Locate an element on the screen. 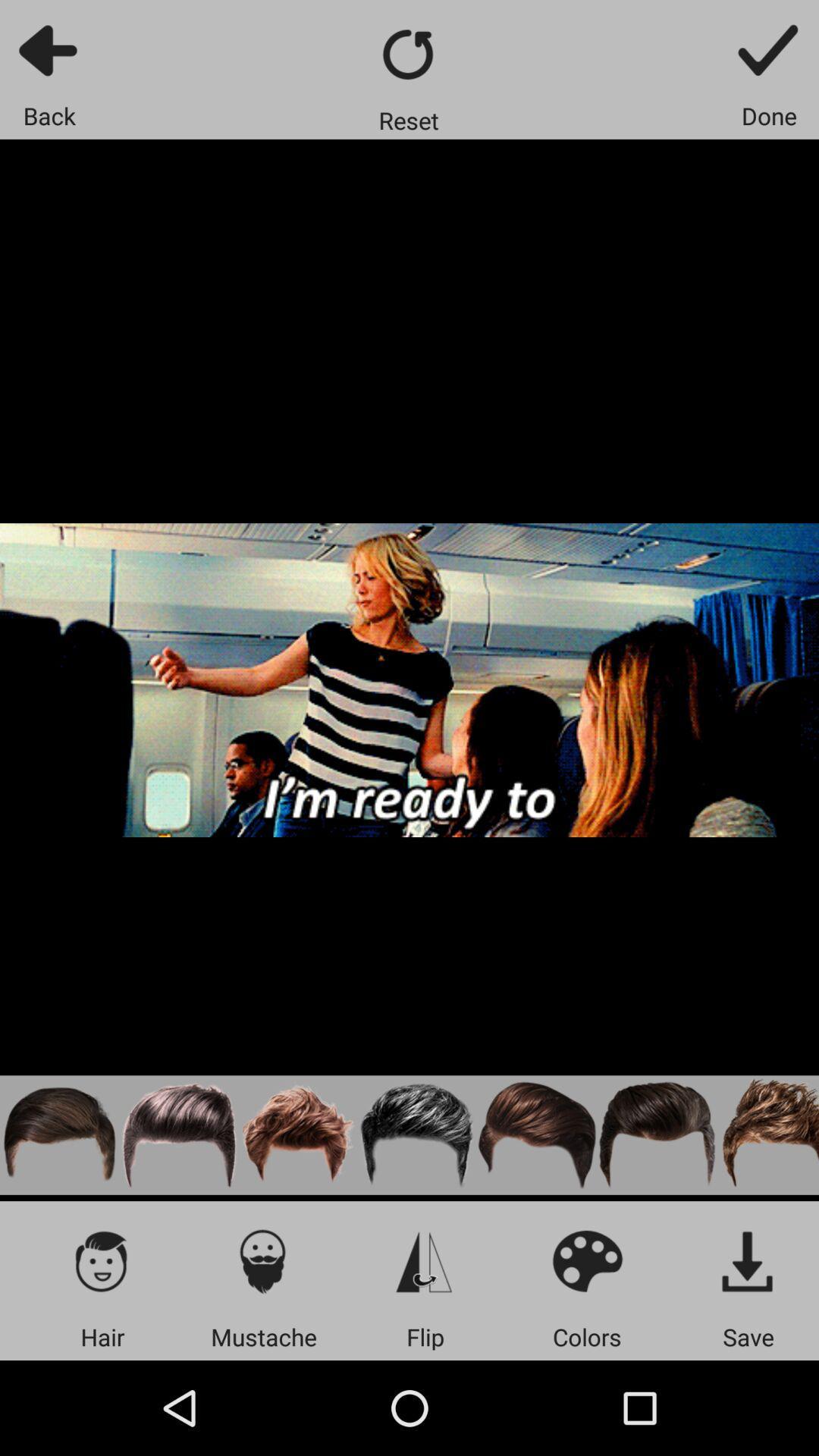 Image resolution: width=819 pixels, height=1456 pixels. reset button is located at coordinates (408, 54).